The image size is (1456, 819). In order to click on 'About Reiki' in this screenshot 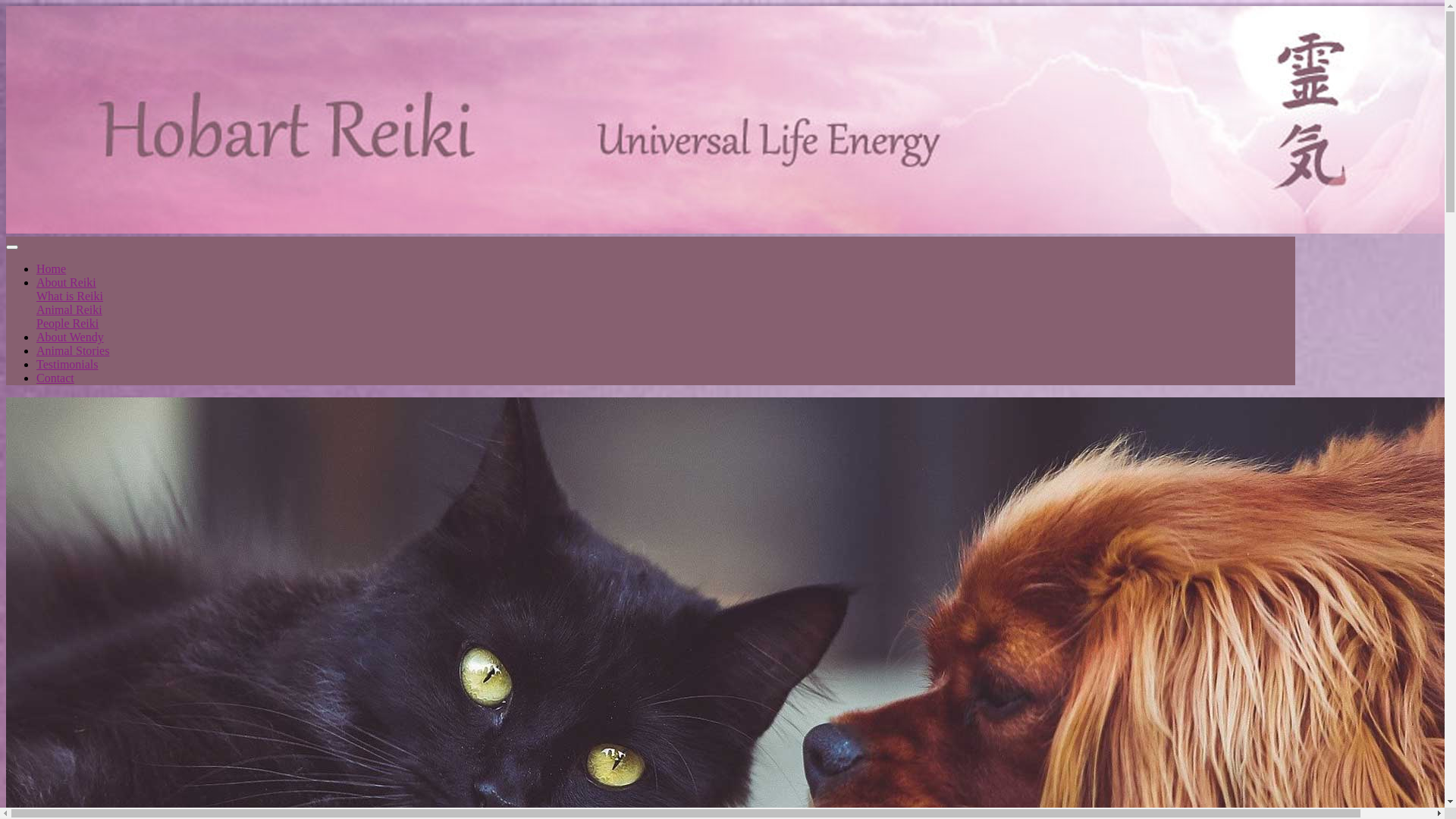, I will do `click(36, 282)`.